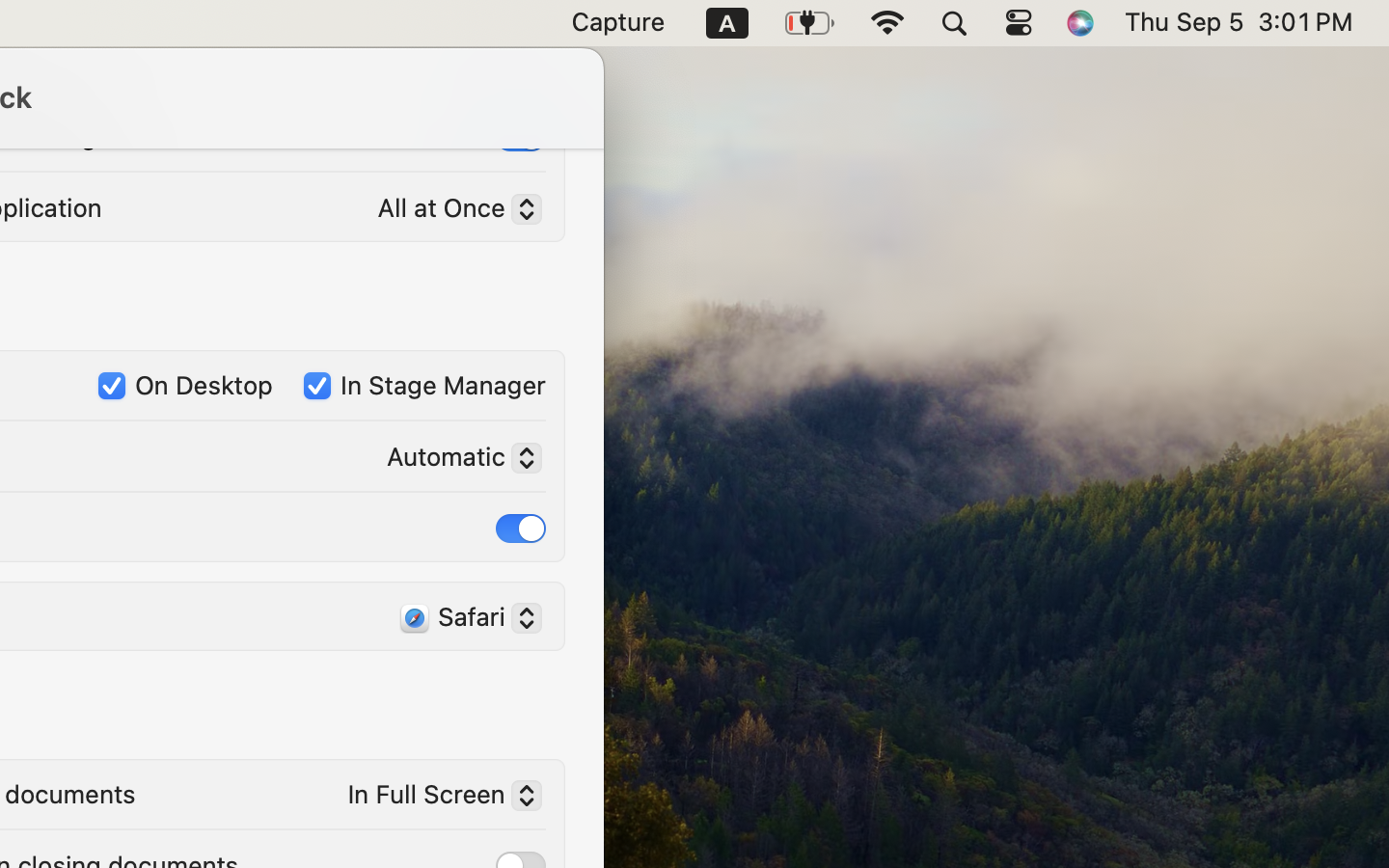  What do you see at coordinates (451, 210) in the screenshot?
I see `'All at Once'` at bounding box center [451, 210].